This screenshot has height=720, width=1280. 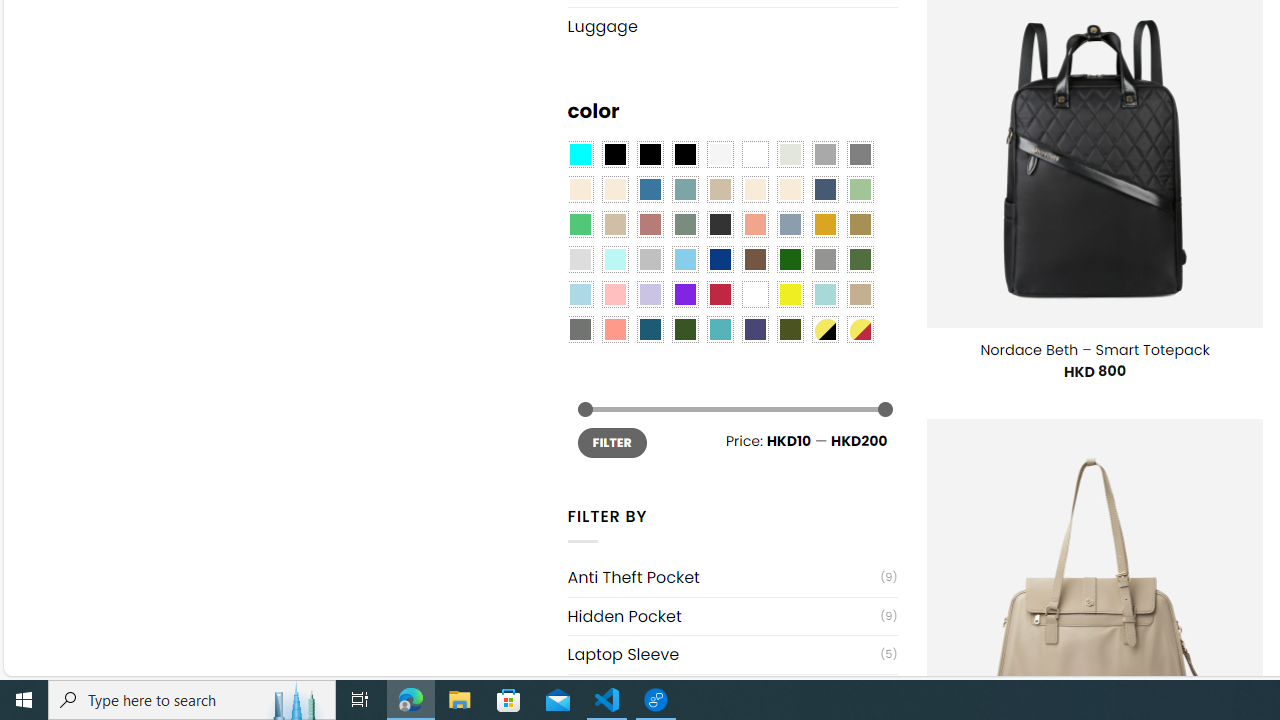 I want to click on 'Caramel', so click(x=754, y=190).